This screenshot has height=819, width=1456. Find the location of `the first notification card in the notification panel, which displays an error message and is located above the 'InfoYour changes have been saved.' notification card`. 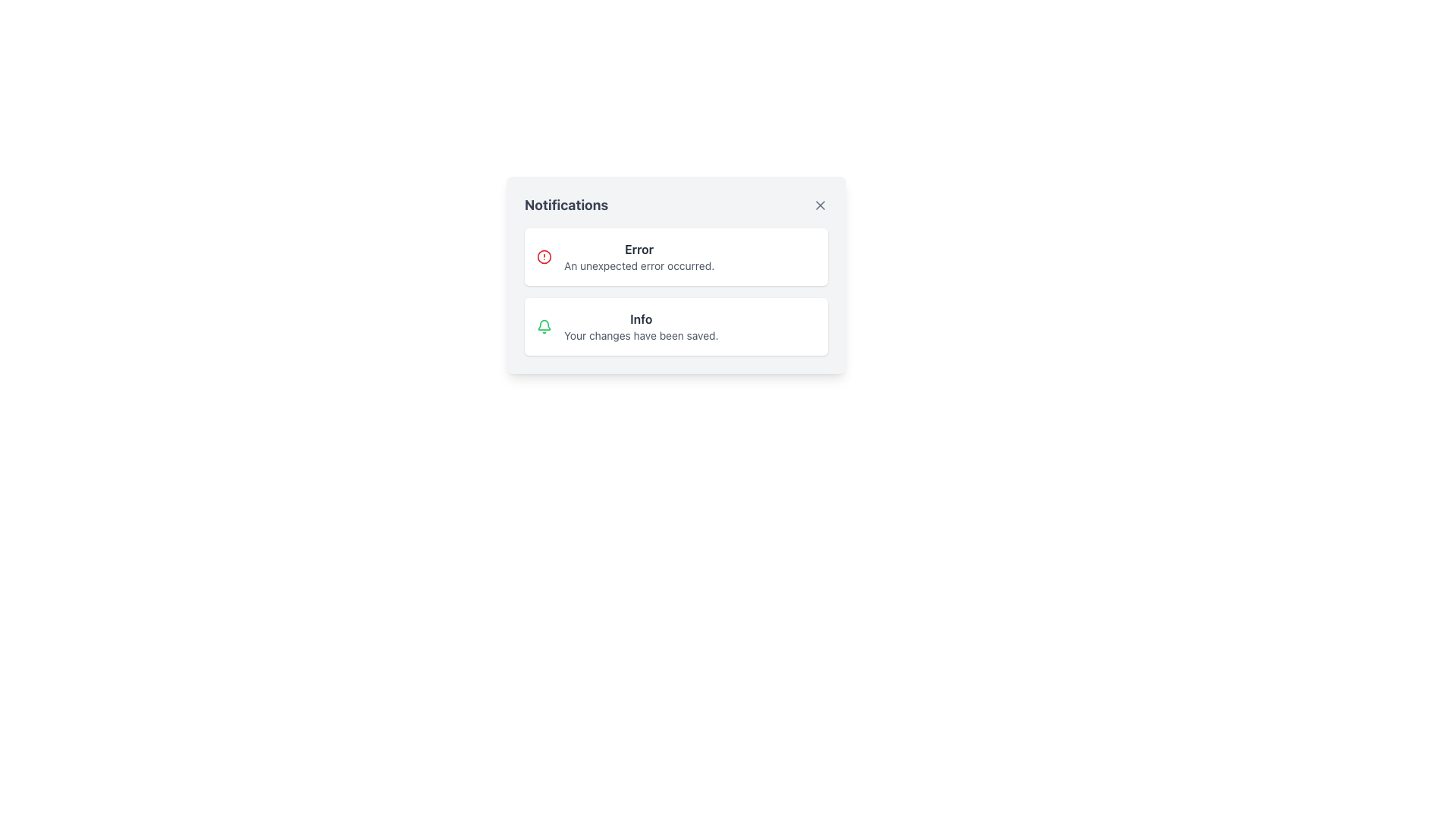

the first notification card in the notification panel, which displays an error message and is located above the 'InfoYour changes have been saved.' notification card is located at coordinates (676, 256).